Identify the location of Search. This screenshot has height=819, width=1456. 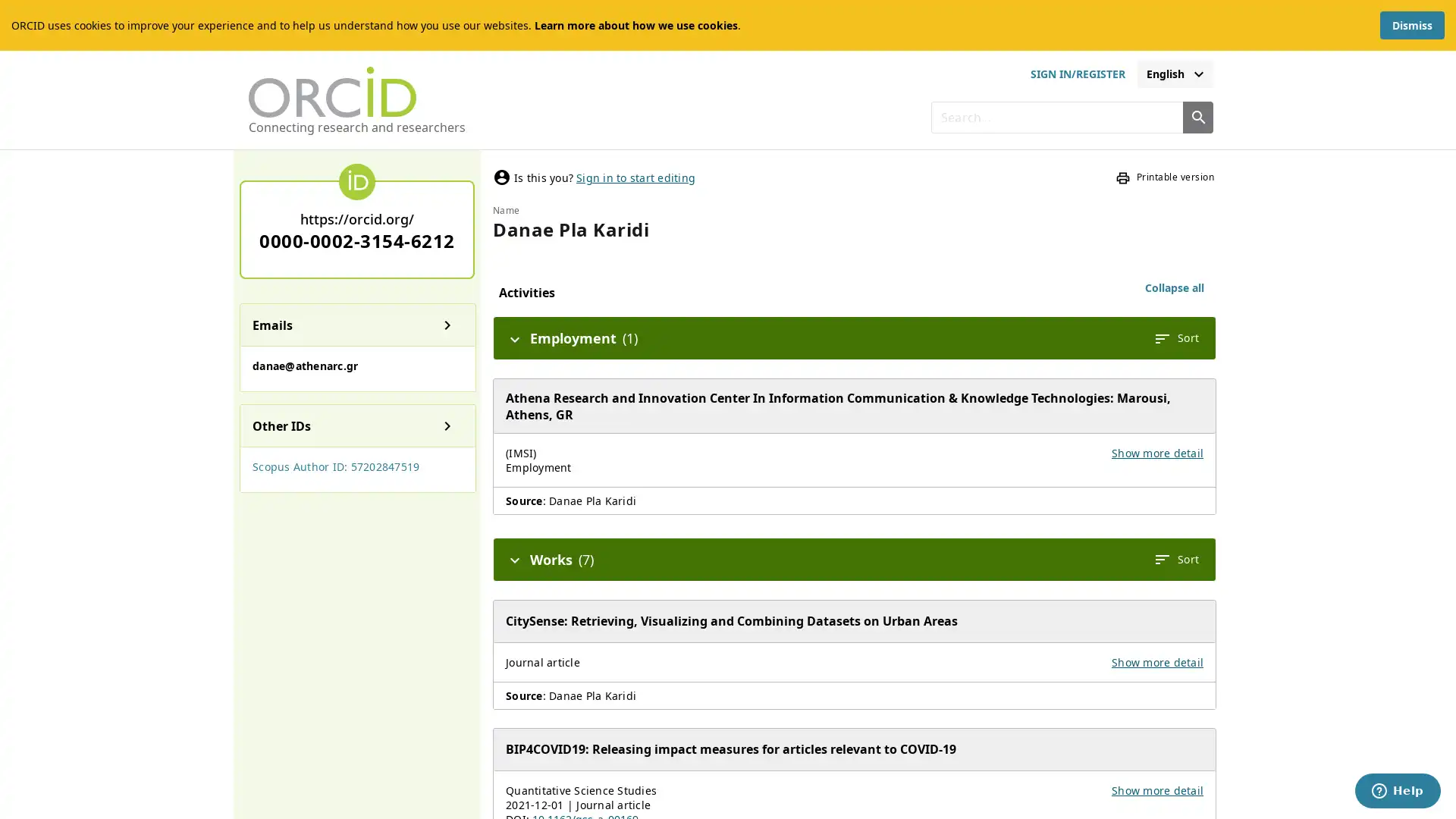
(1197, 116).